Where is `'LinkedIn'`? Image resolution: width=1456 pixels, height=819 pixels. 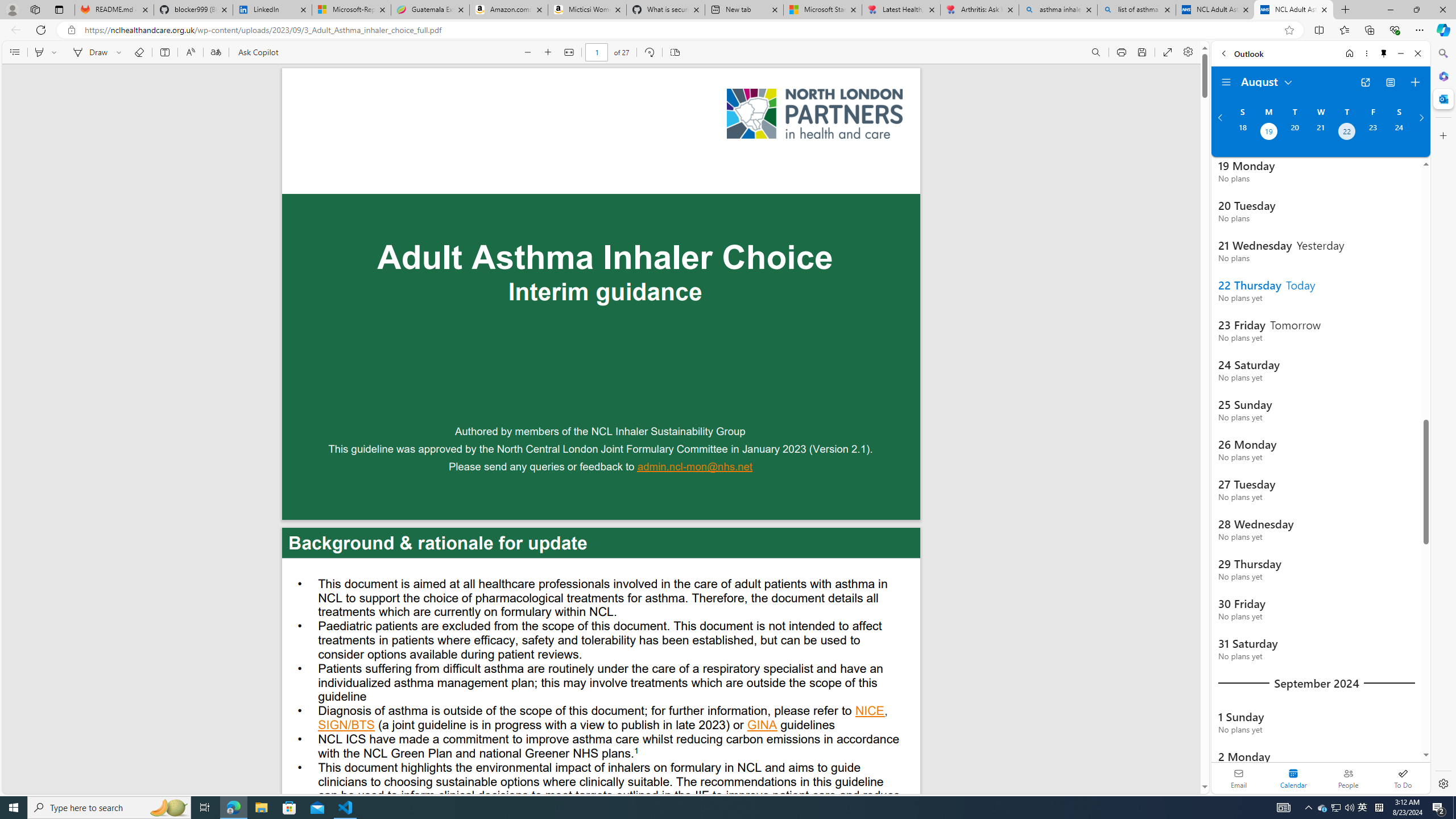 'LinkedIn' is located at coordinates (273, 9).